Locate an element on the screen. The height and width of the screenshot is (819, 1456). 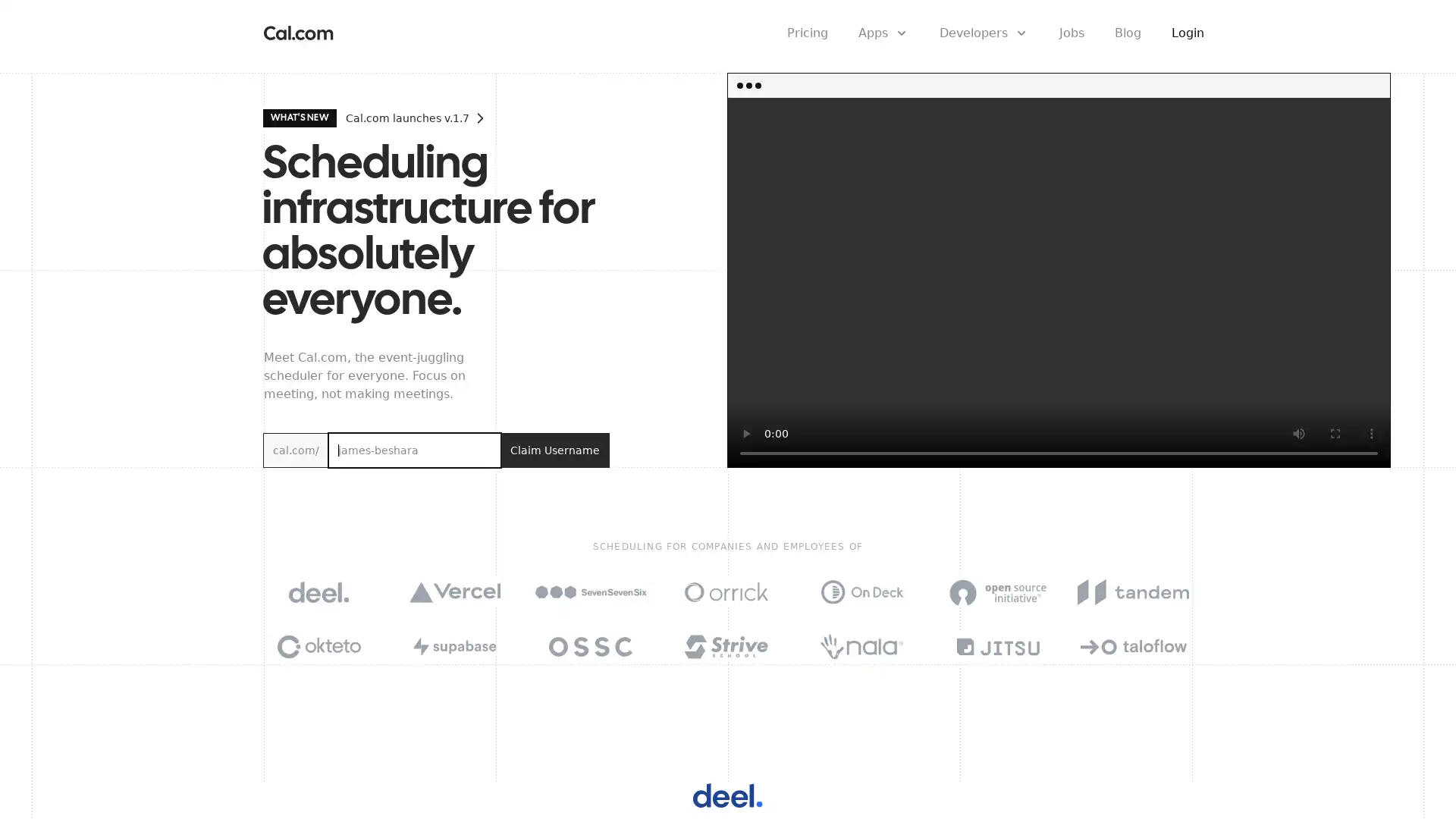
mute is located at coordinates (1298, 433).